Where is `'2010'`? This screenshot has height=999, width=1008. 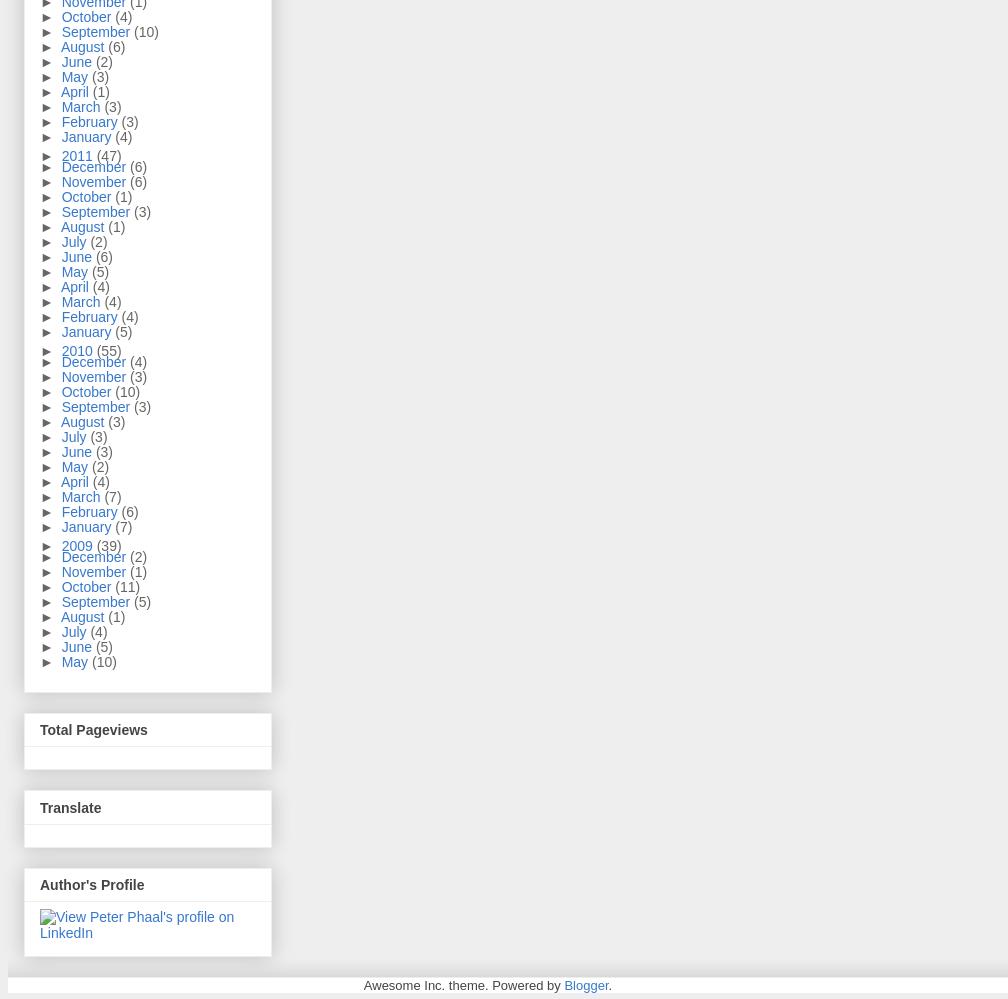
'2010' is located at coordinates (60, 350).